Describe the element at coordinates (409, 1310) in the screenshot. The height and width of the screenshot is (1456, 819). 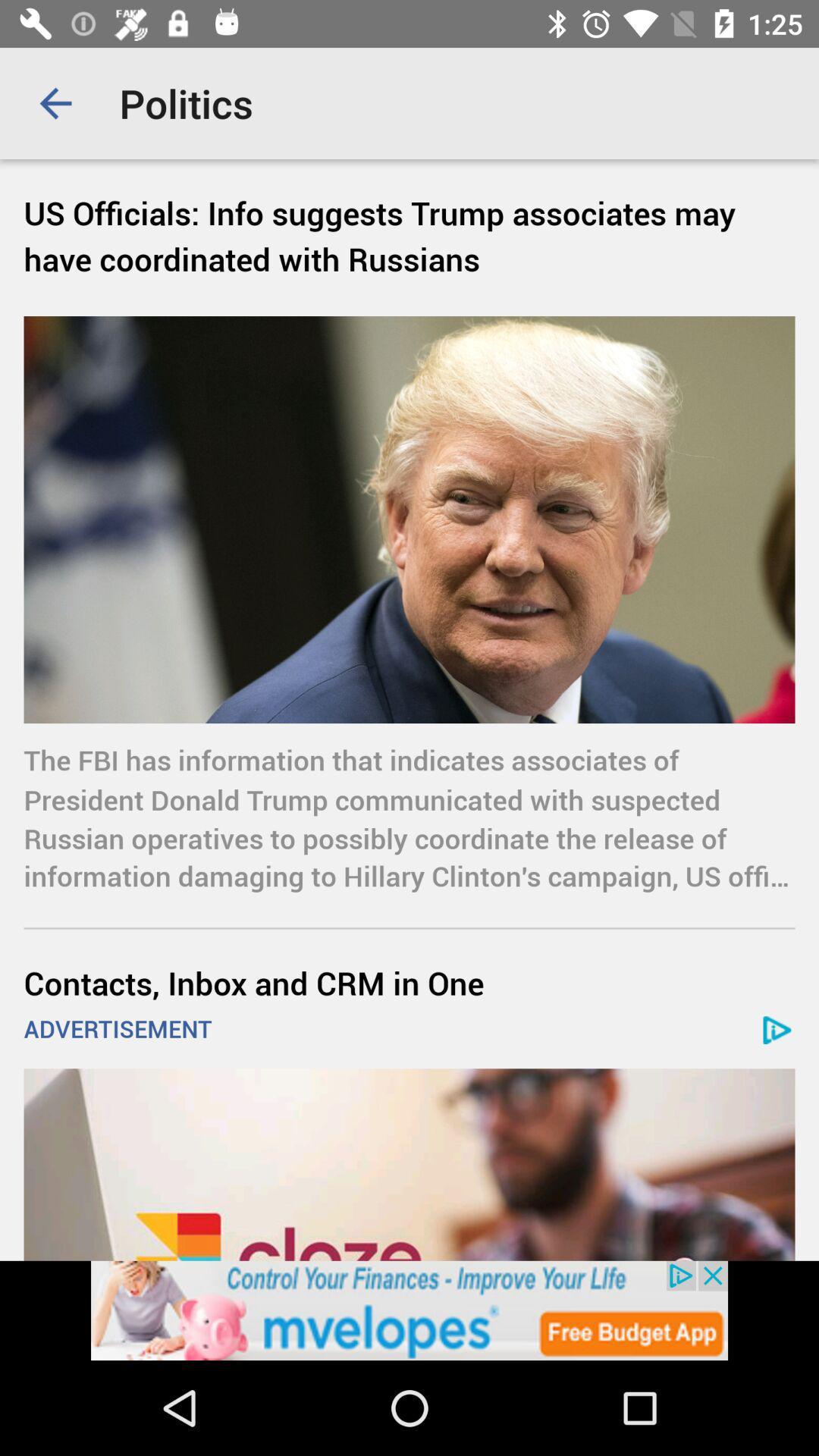
I see `advertisement` at that location.